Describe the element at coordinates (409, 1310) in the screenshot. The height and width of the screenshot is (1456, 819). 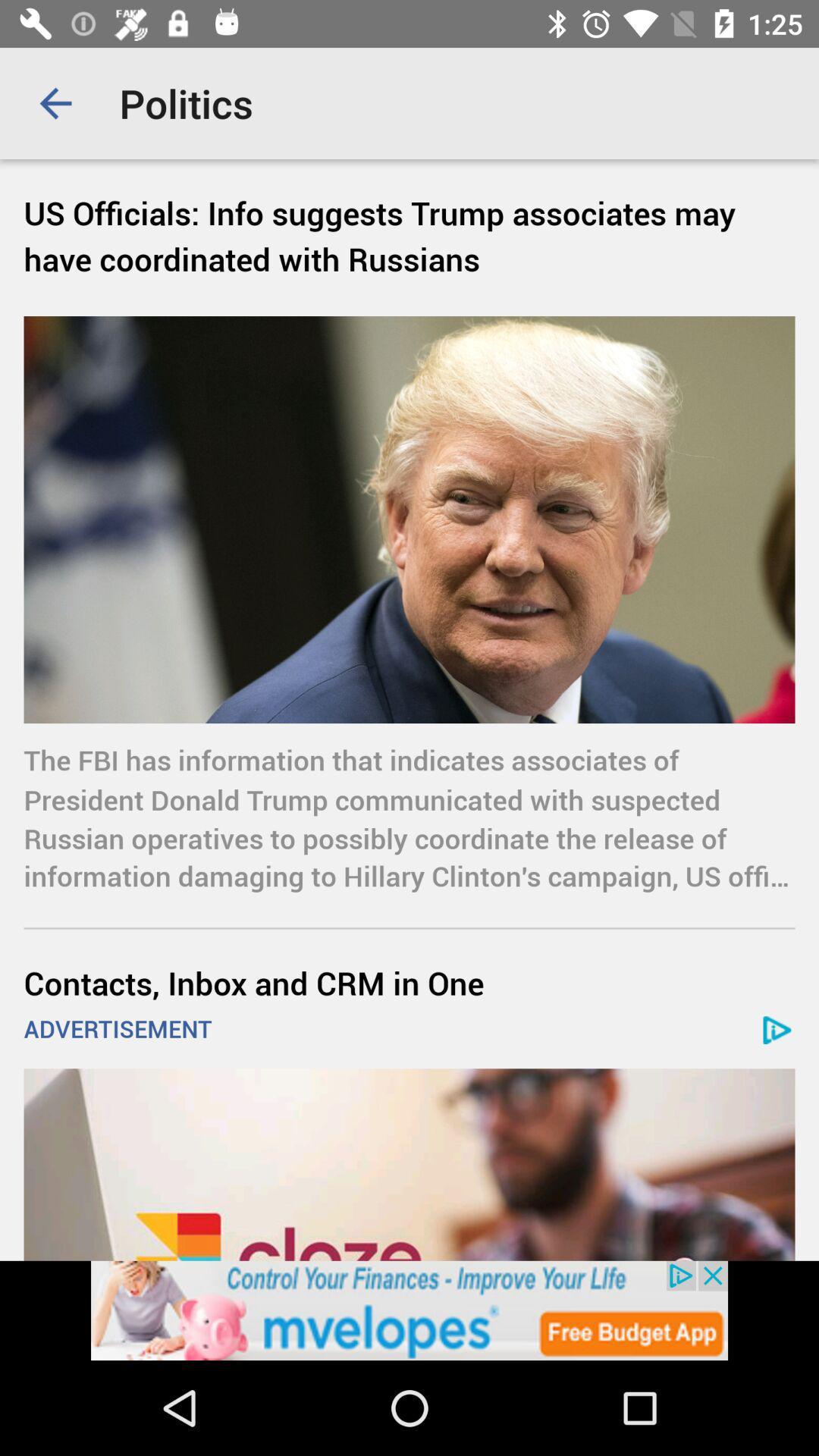
I see `advertisement` at that location.